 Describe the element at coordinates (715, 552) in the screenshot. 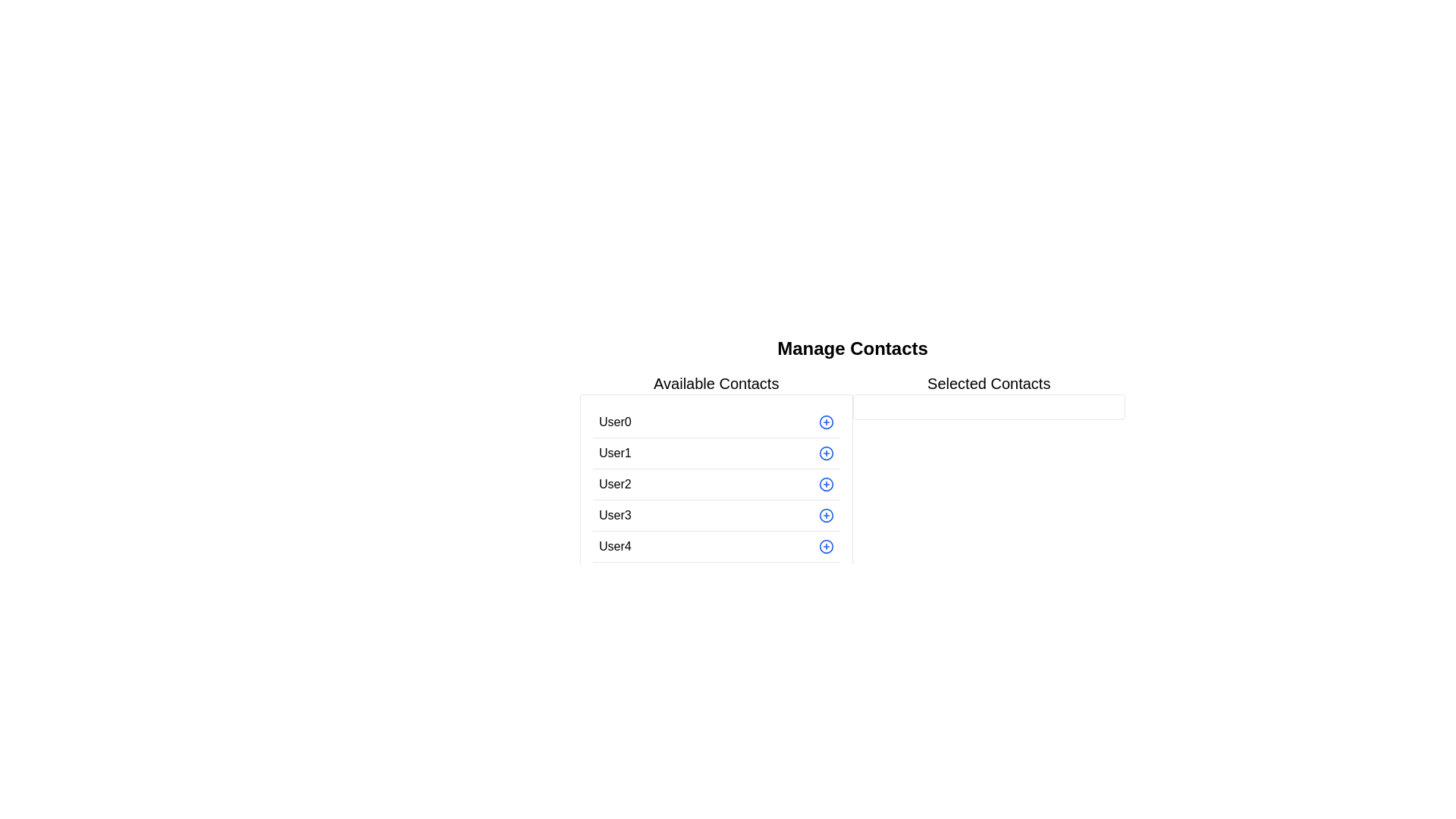

I see `the fifth entry in the 'Available Contacts' list` at that location.